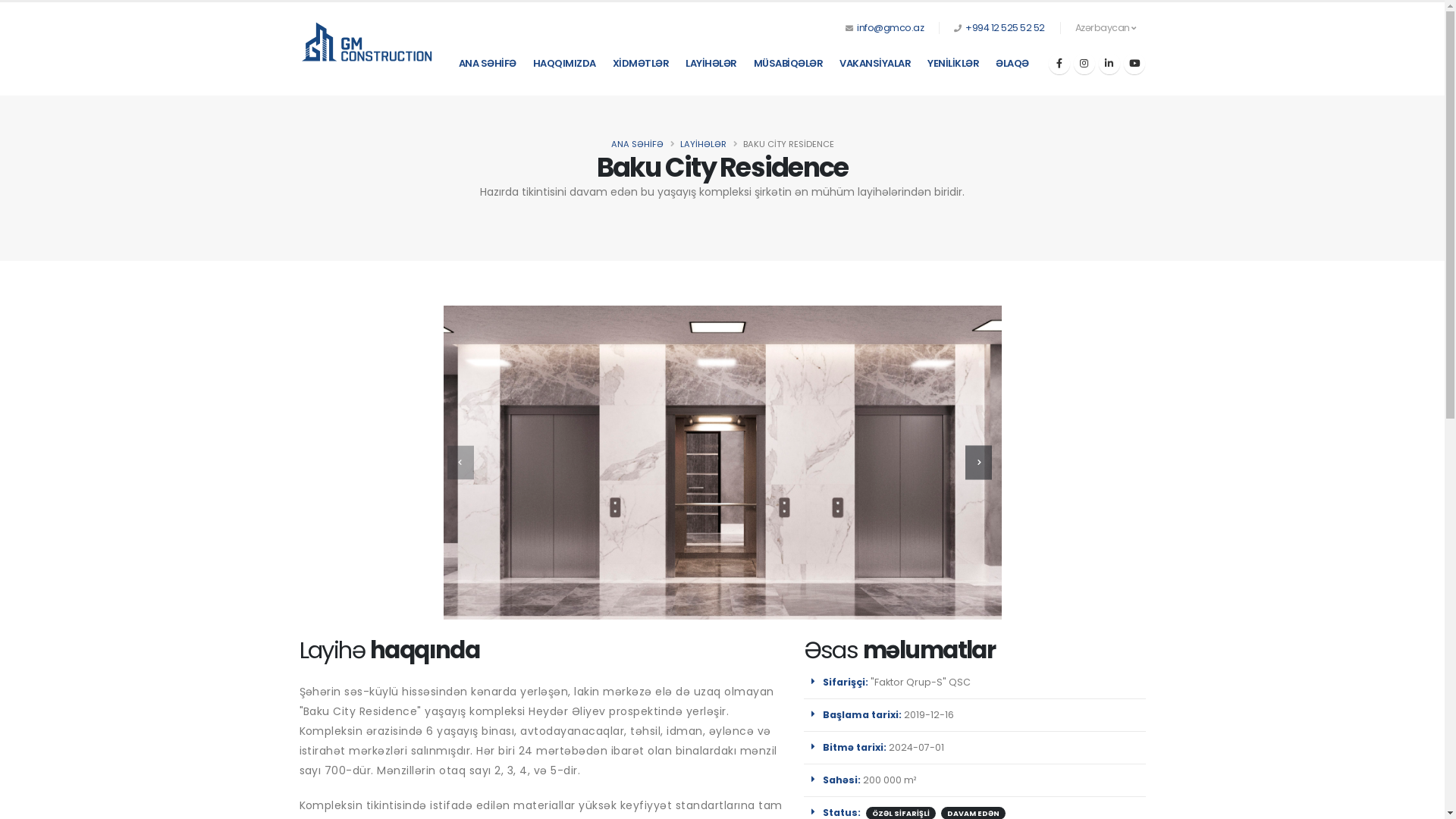 This screenshot has width=1456, height=819. I want to click on 'VAKANSIYALAR', so click(874, 63).